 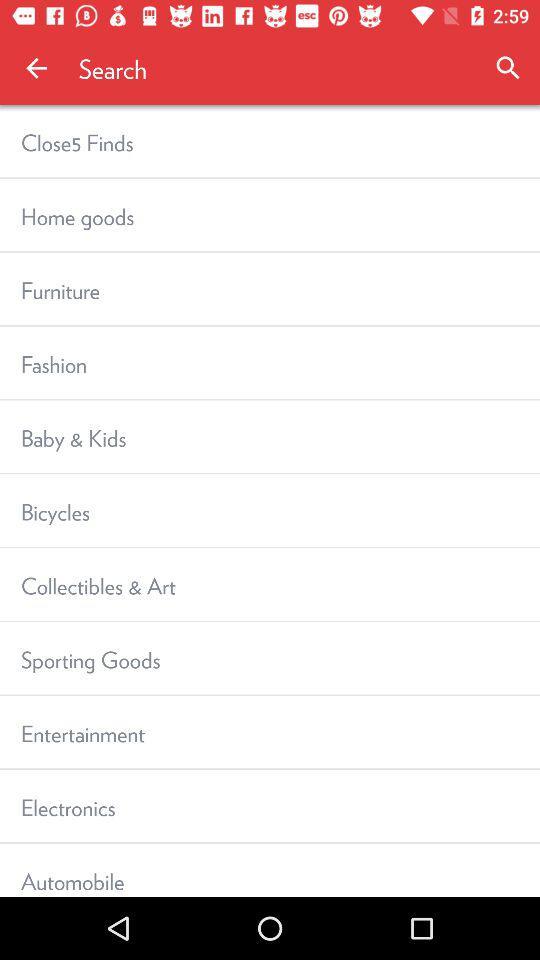 I want to click on icon to the left of the search app, so click(x=36, y=68).